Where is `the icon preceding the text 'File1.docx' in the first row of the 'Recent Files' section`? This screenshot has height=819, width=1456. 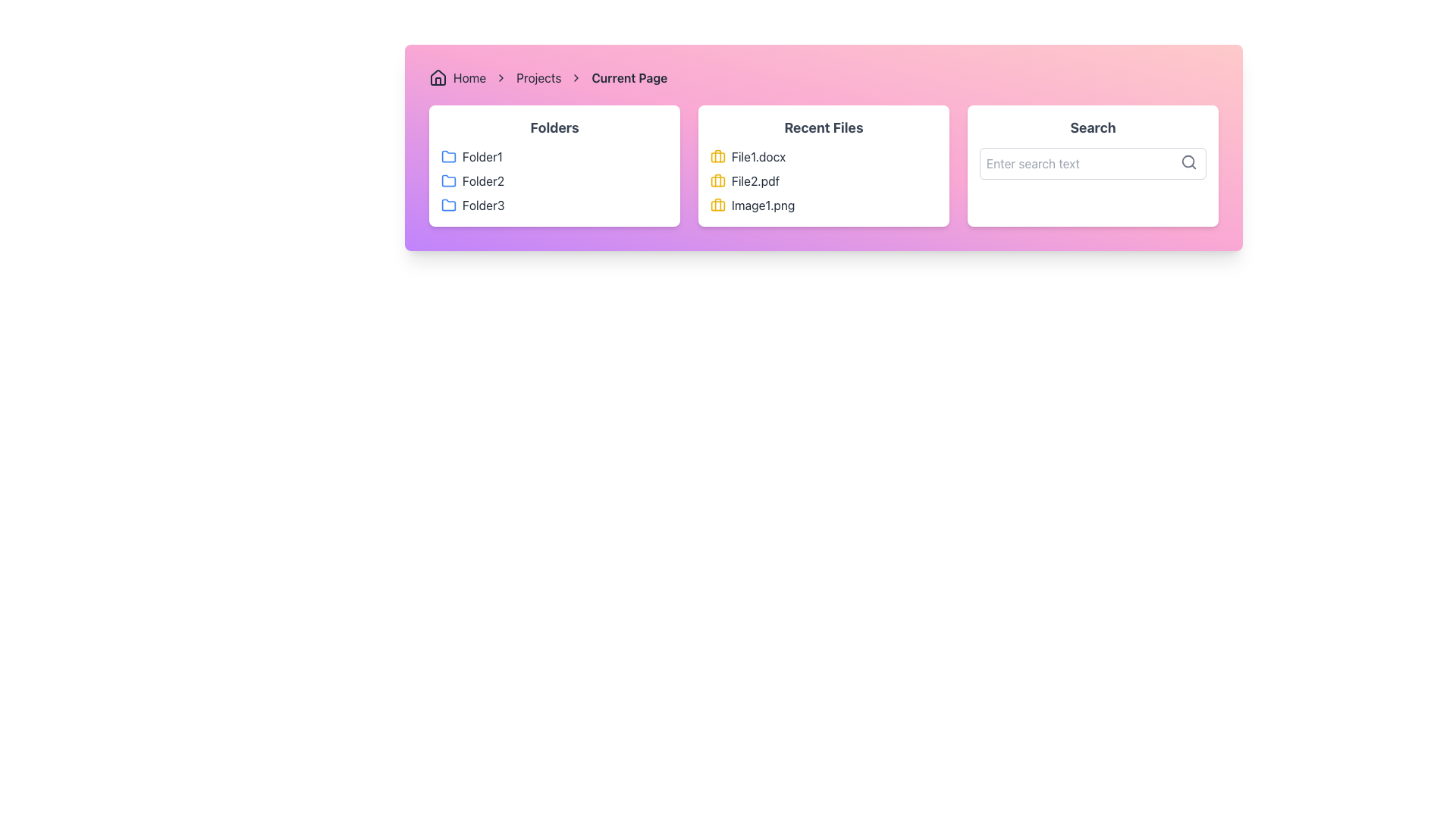 the icon preceding the text 'File1.docx' in the first row of the 'Recent Files' section is located at coordinates (717, 157).